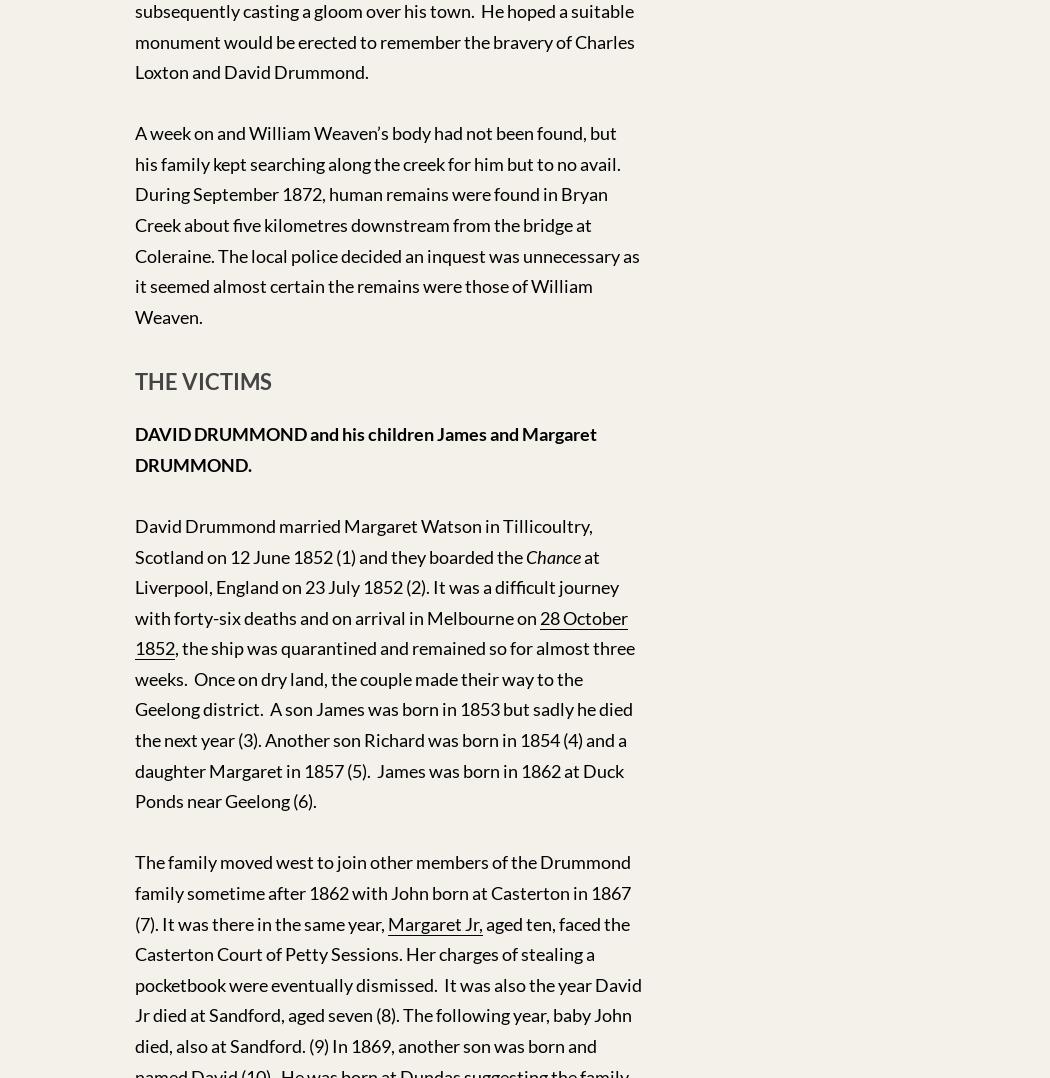 The image size is (1050, 1078). Describe the element at coordinates (376, 586) in the screenshot. I see `'at Liverpool, England on 23 July 1852 (2). It was a difficult journey with forty-six deaths and on arrival in Melbourne on'` at that location.